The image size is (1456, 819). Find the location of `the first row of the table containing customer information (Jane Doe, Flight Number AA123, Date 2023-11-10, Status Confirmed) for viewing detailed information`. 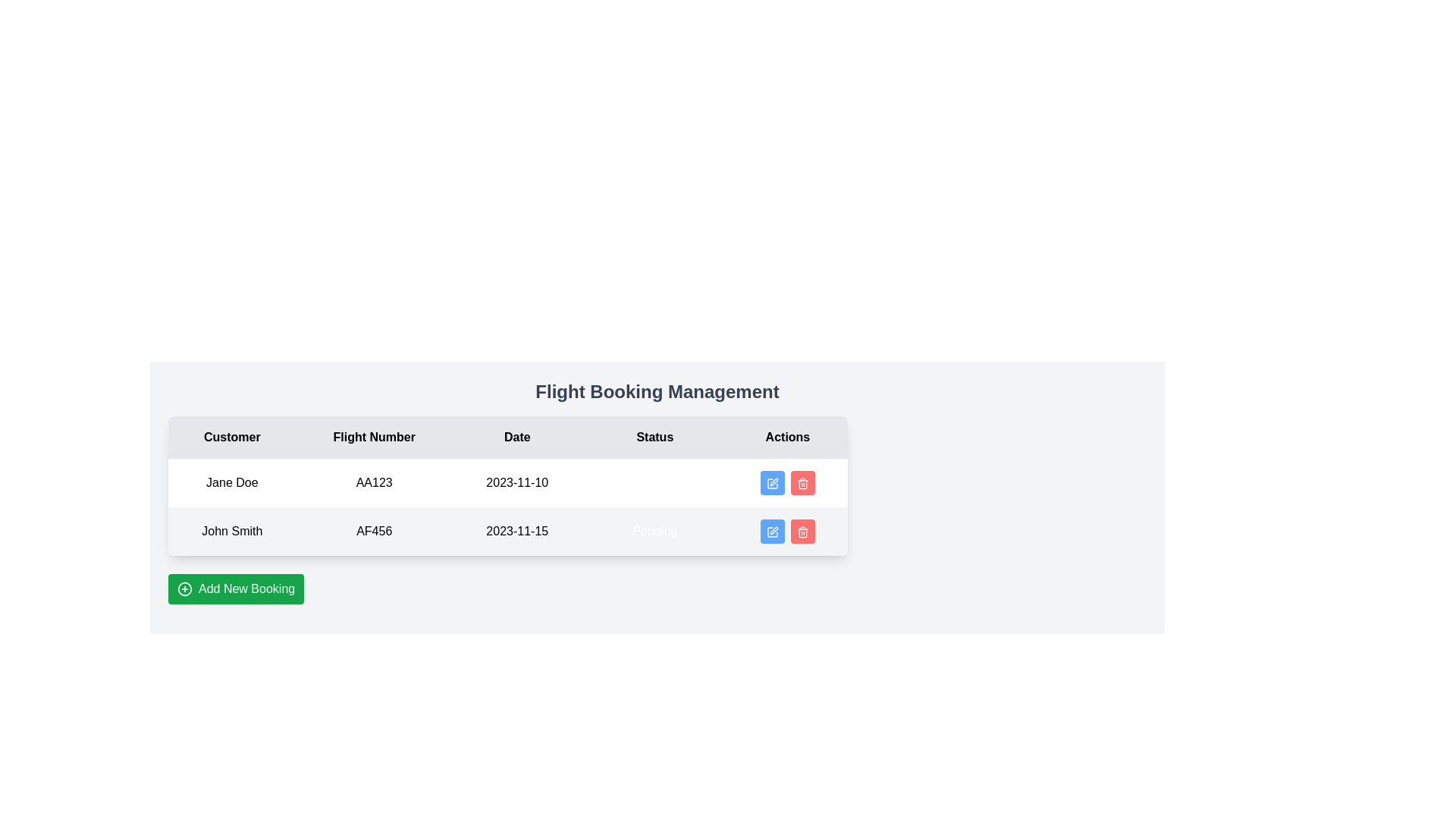

the first row of the table containing customer information (Jane Doe, Flight Number AA123, Date 2023-11-10, Status Confirmed) for viewing detailed information is located at coordinates (508, 482).